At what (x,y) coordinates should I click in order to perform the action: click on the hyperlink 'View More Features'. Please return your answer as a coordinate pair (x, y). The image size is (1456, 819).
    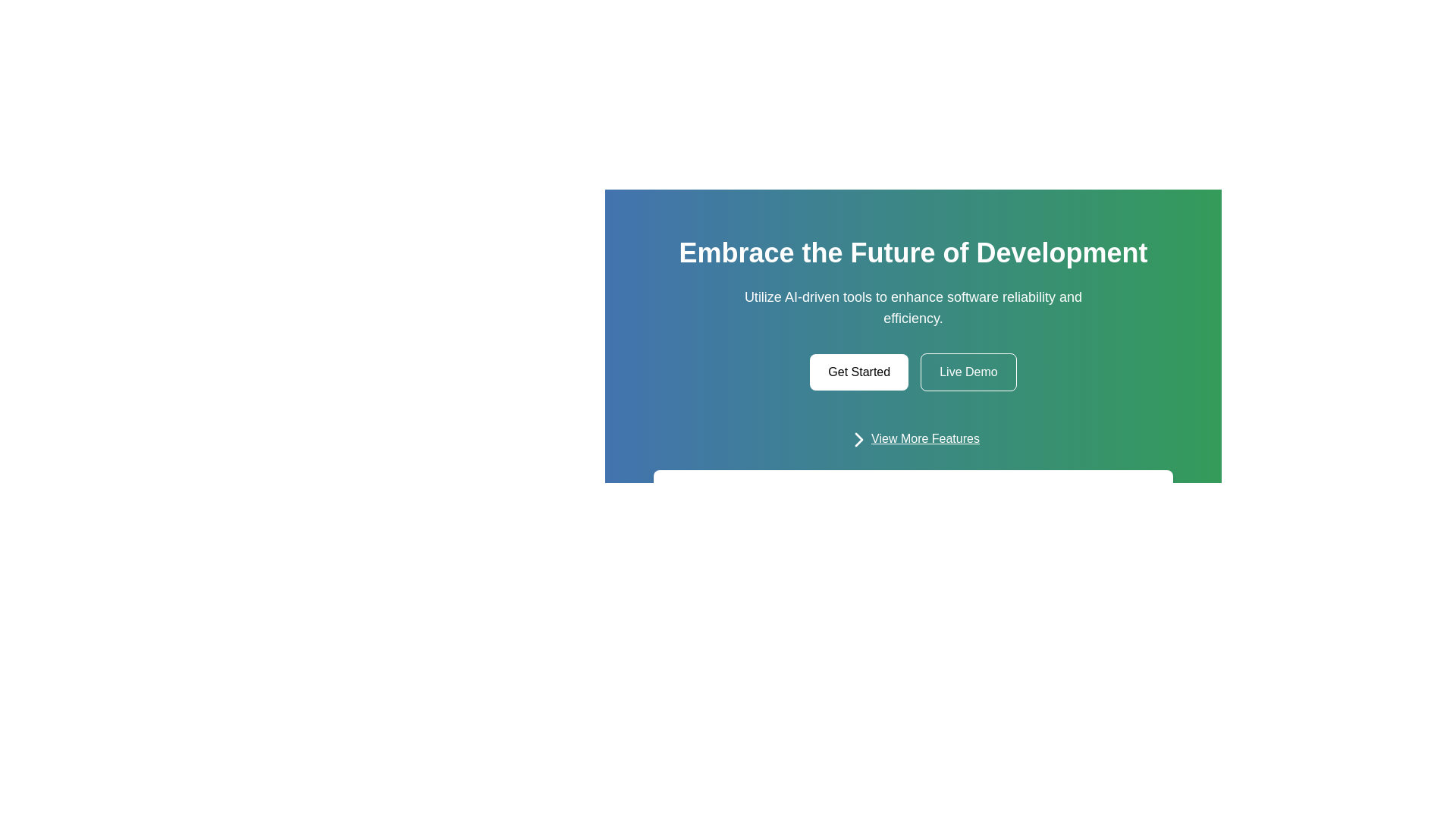
    Looking at the image, I should click on (924, 438).